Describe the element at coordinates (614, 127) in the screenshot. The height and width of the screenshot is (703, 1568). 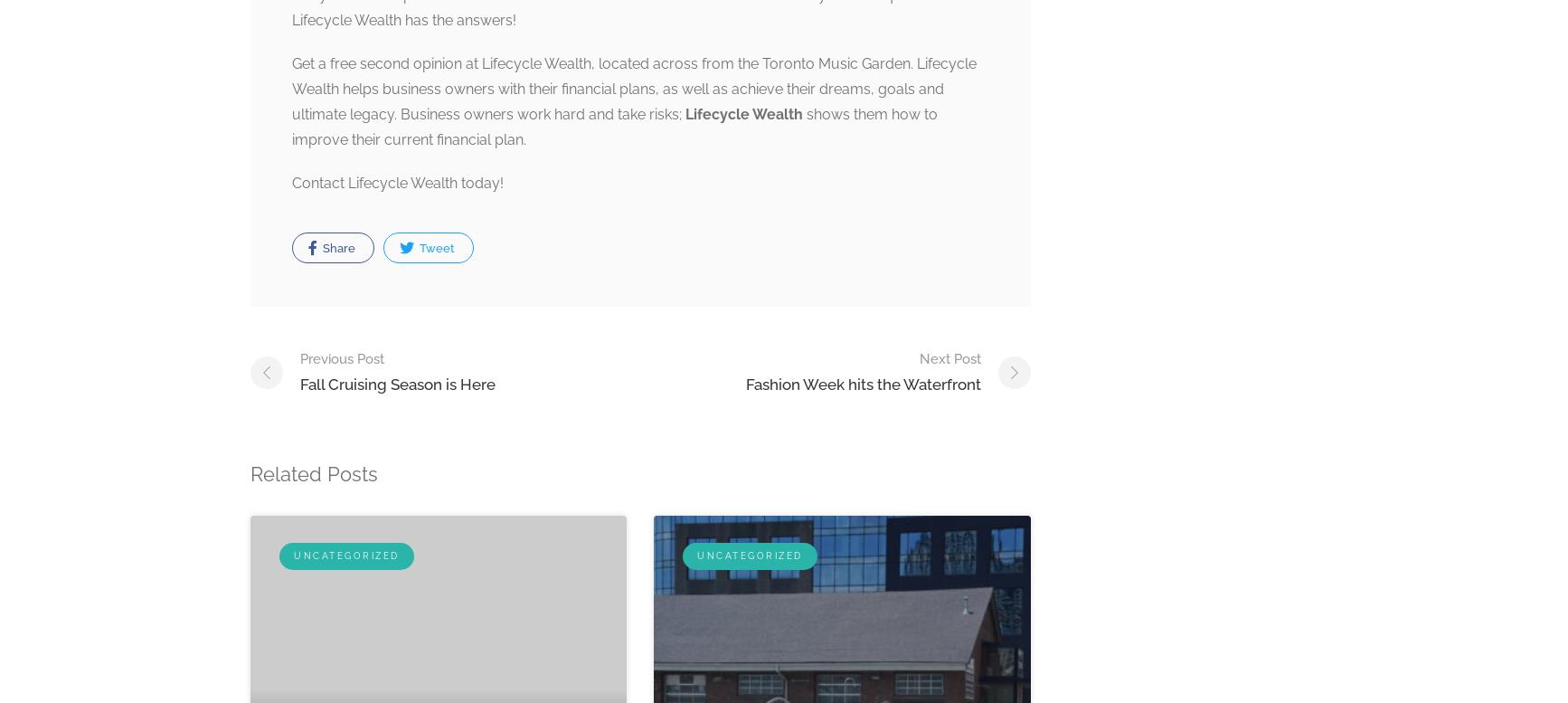
I see `'shows them how to improve their current financial plan.'` at that location.